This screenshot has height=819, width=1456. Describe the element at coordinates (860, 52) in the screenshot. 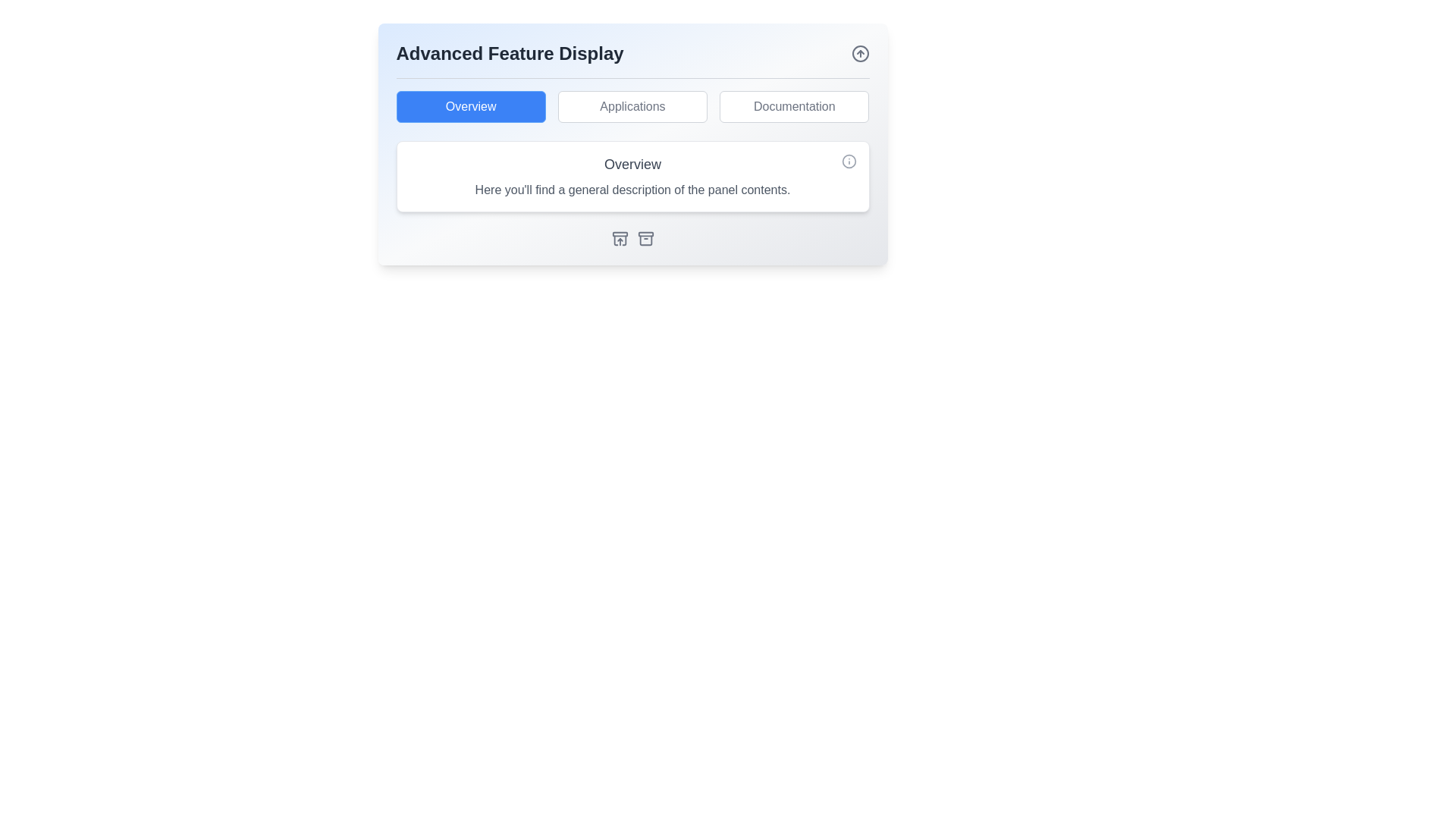

I see `the button with an embedded icon located to the far right of the 'Advanced Feature Display' header to observe the hover effect` at that location.